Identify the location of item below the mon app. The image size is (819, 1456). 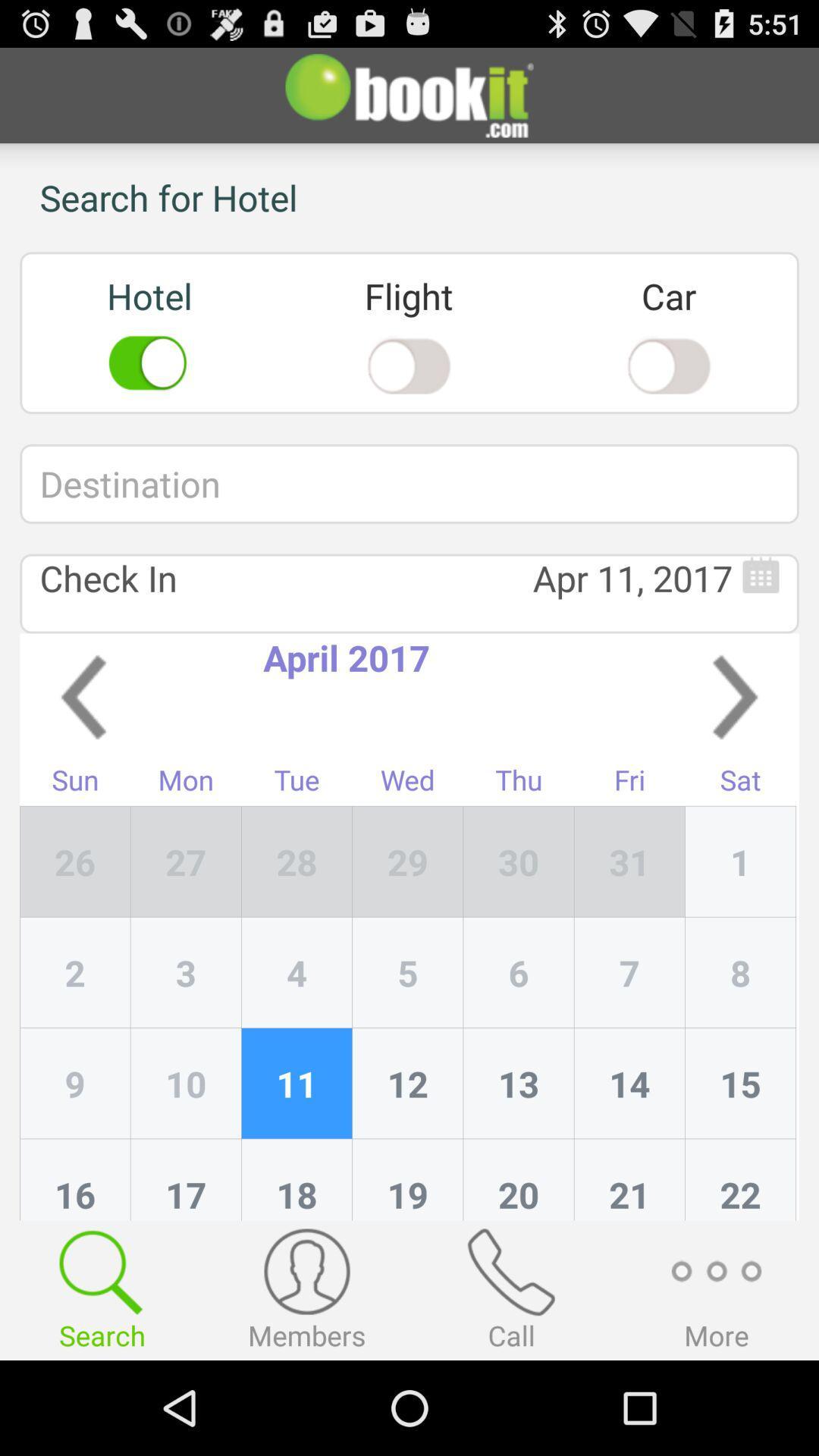
(297, 861).